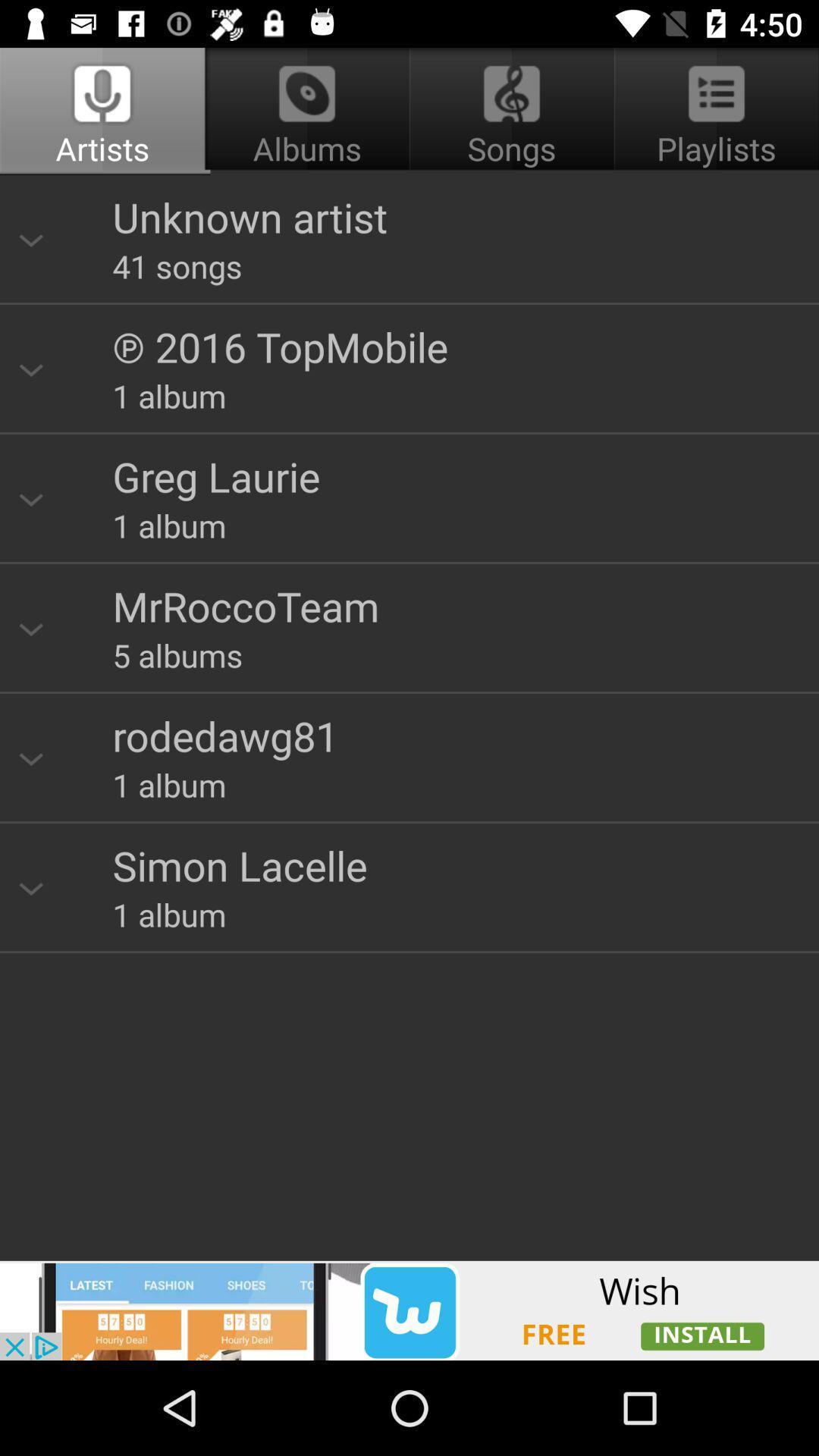 This screenshot has height=1456, width=819. What do you see at coordinates (409, 1310) in the screenshot?
I see `external advertisement` at bounding box center [409, 1310].